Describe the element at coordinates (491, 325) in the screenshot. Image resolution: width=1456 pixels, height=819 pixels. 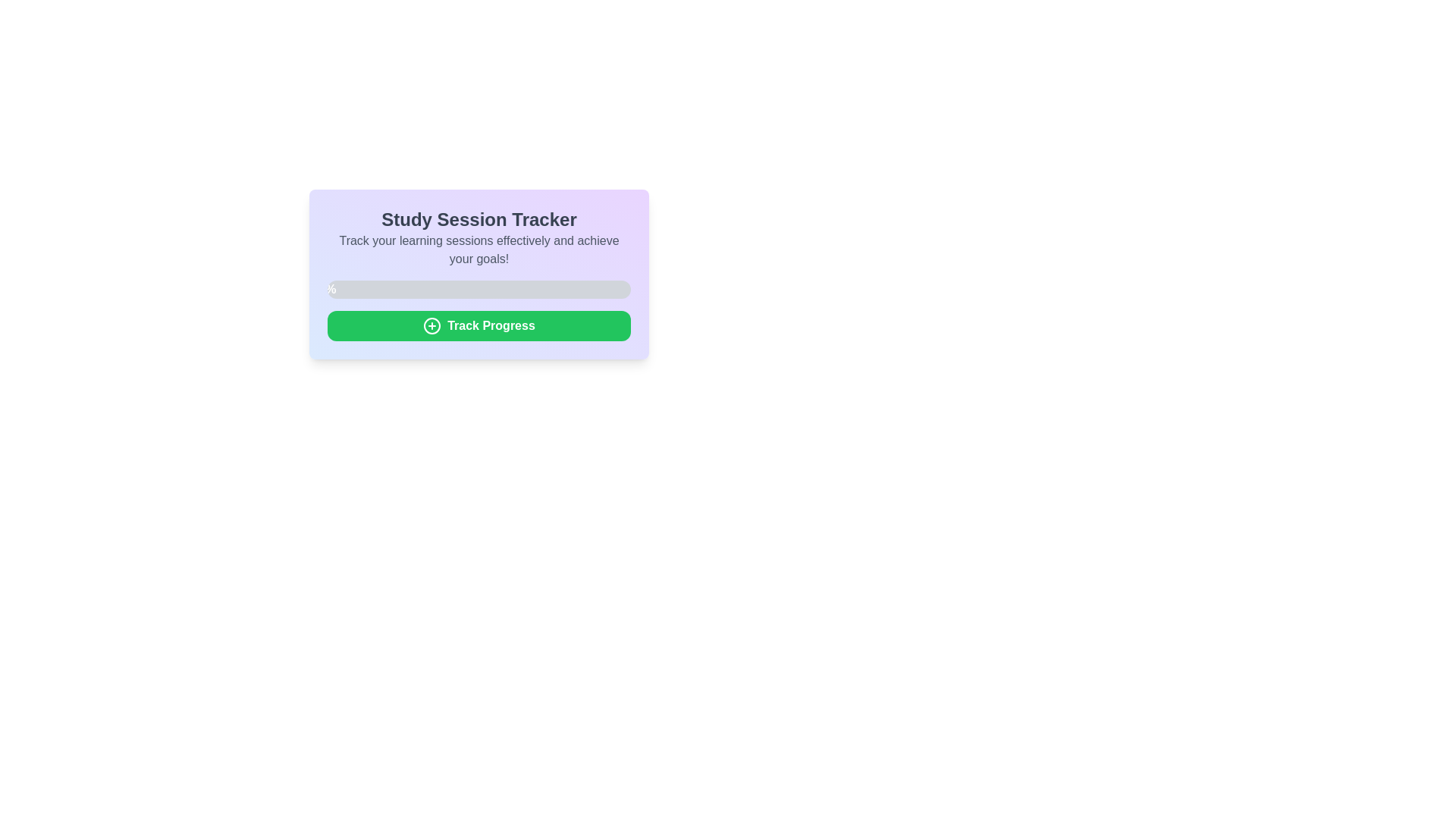
I see `the text label displaying 'Track Progress' in bold white font on a vibrant green background, which is centrally positioned within the green button labeled 'Track Progress'` at that location.